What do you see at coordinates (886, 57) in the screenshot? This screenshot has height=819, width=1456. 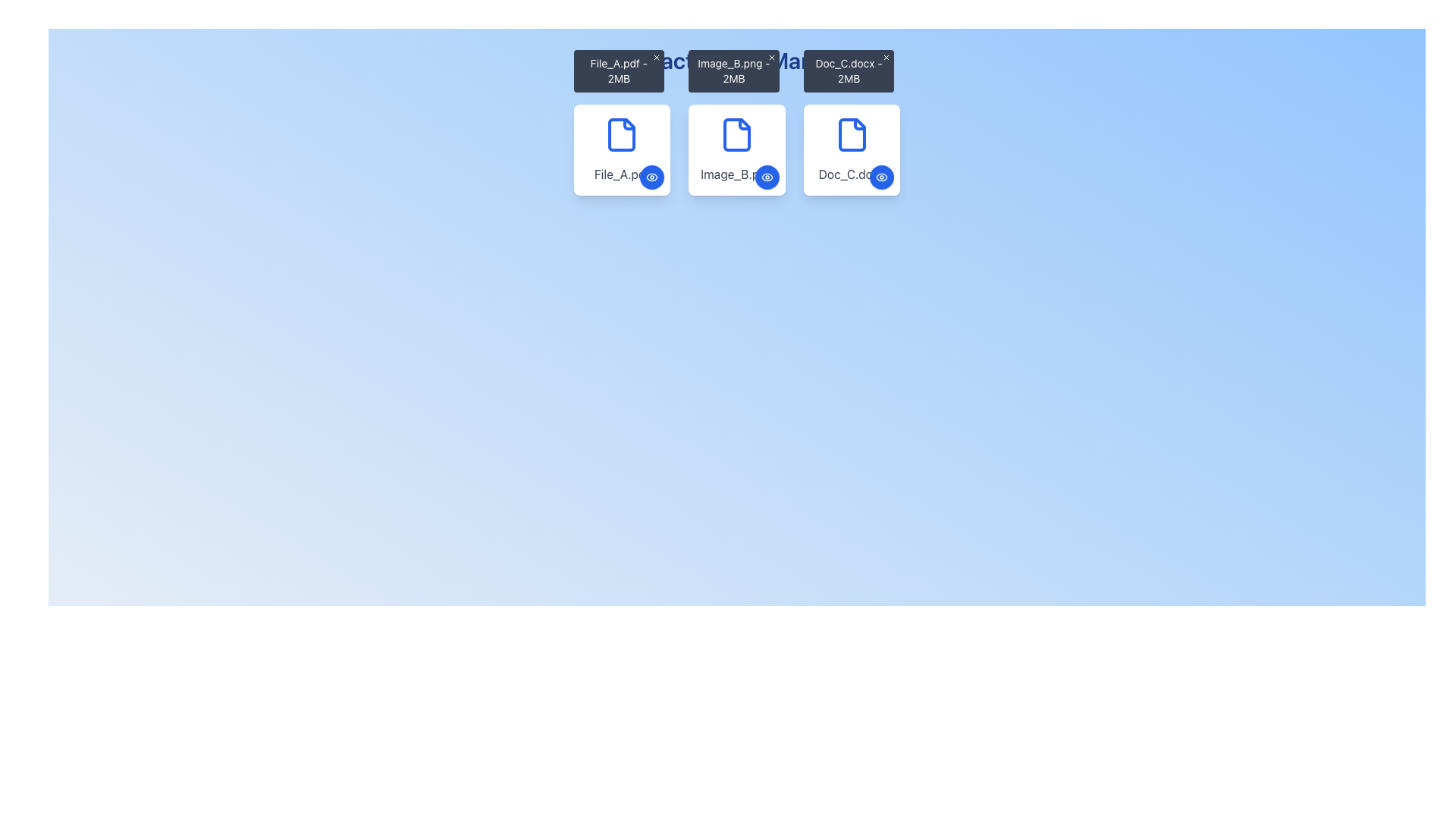 I see `the keyboard interaction on the close icon 'X' button located at the top-right corner of the tooltip displaying 'Doc_C.docx - 2MB'` at bounding box center [886, 57].